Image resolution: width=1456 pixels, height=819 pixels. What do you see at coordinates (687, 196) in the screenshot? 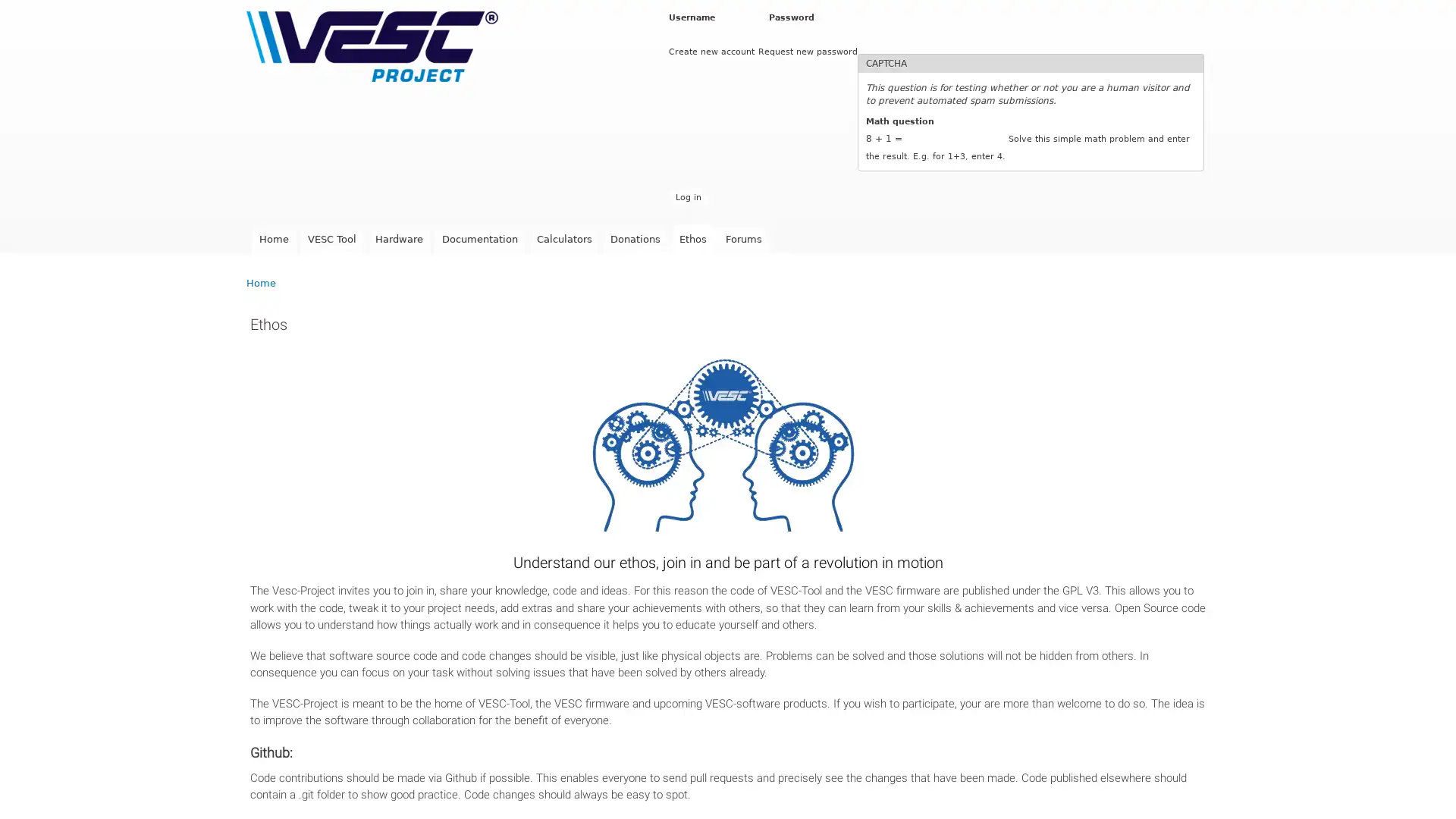
I see `Log in` at bounding box center [687, 196].